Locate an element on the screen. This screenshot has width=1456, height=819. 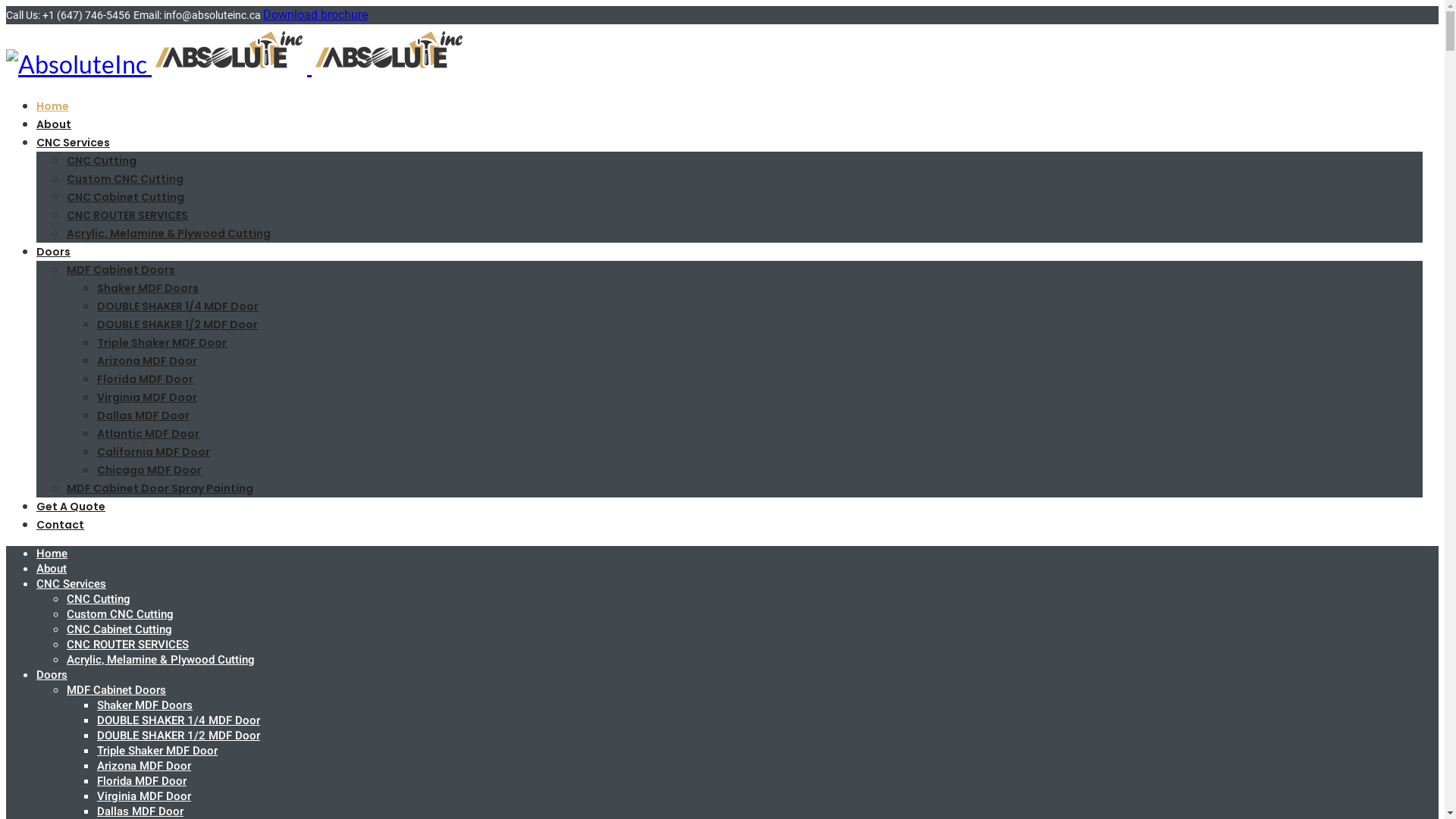
'Get A Quote' is located at coordinates (70, 506).